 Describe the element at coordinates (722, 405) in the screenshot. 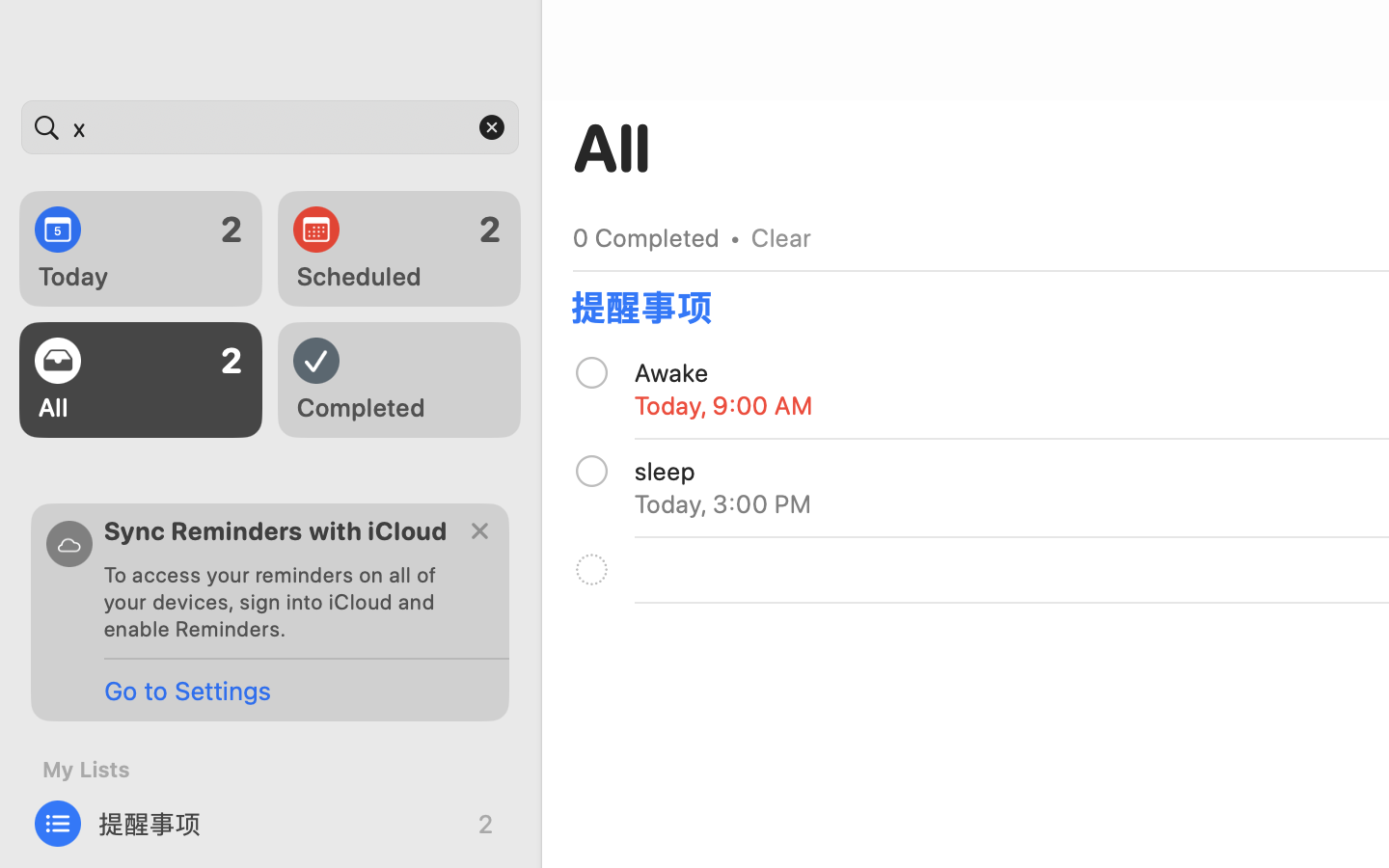

I see `'Today, 9:00 AM'` at that location.